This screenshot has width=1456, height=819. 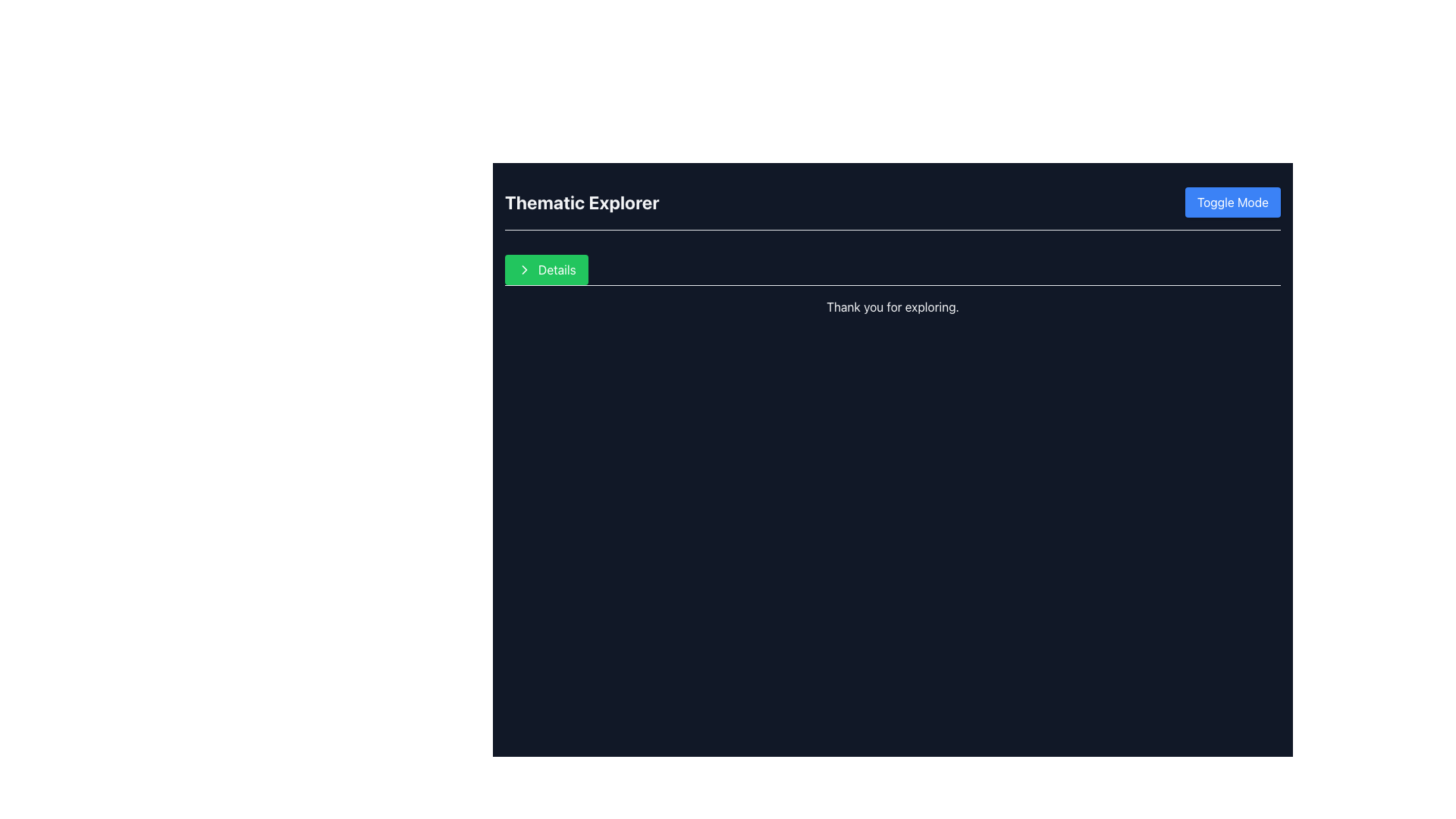 I want to click on the 'Toggle Mode' button, which is a rectangular button with rounded corners and a blue background located in the top-right section of the header bar, so click(x=1232, y=201).